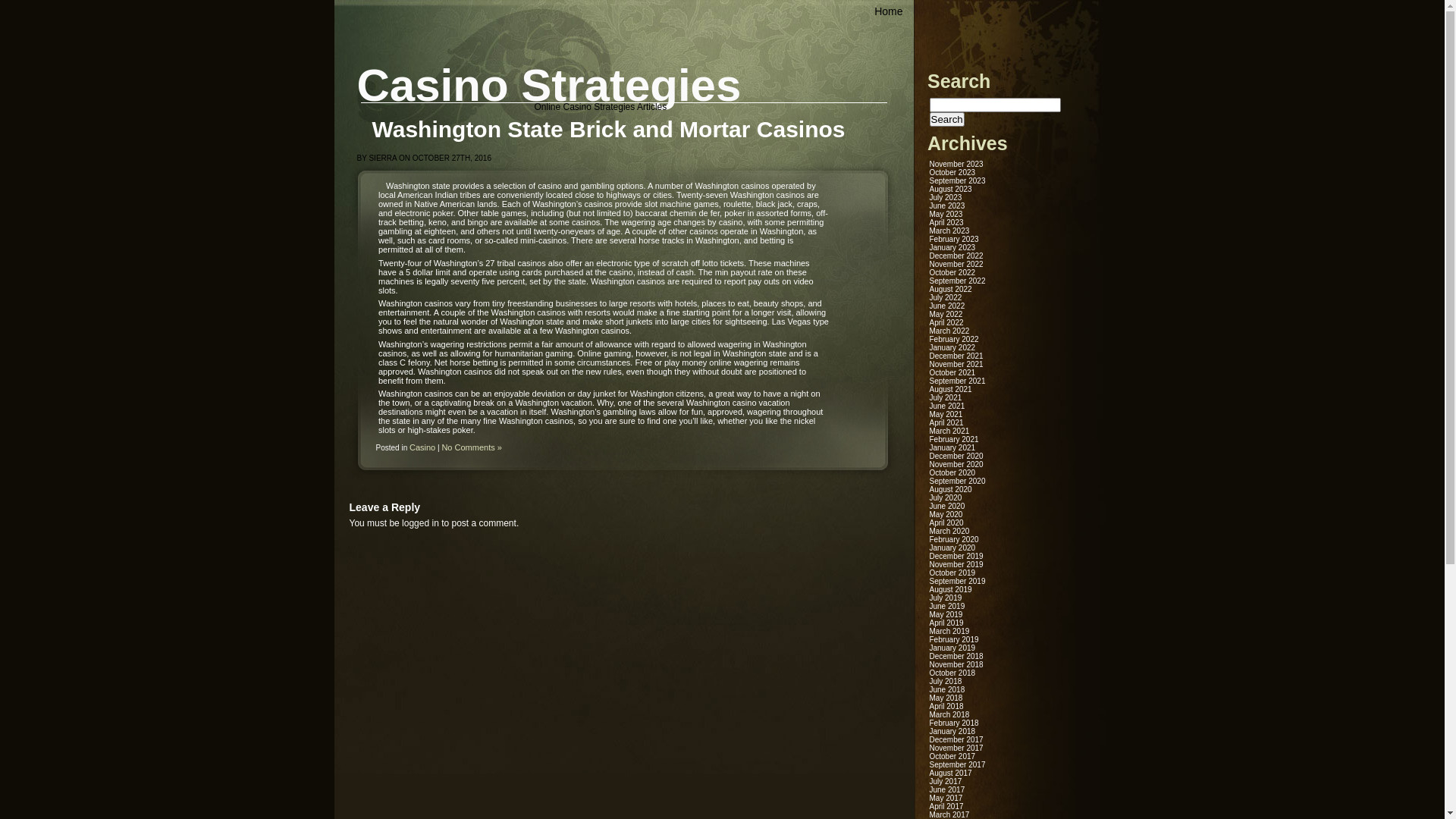 The image size is (1456, 819). Describe the element at coordinates (949, 431) in the screenshot. I see `'March 2021'` at that location.